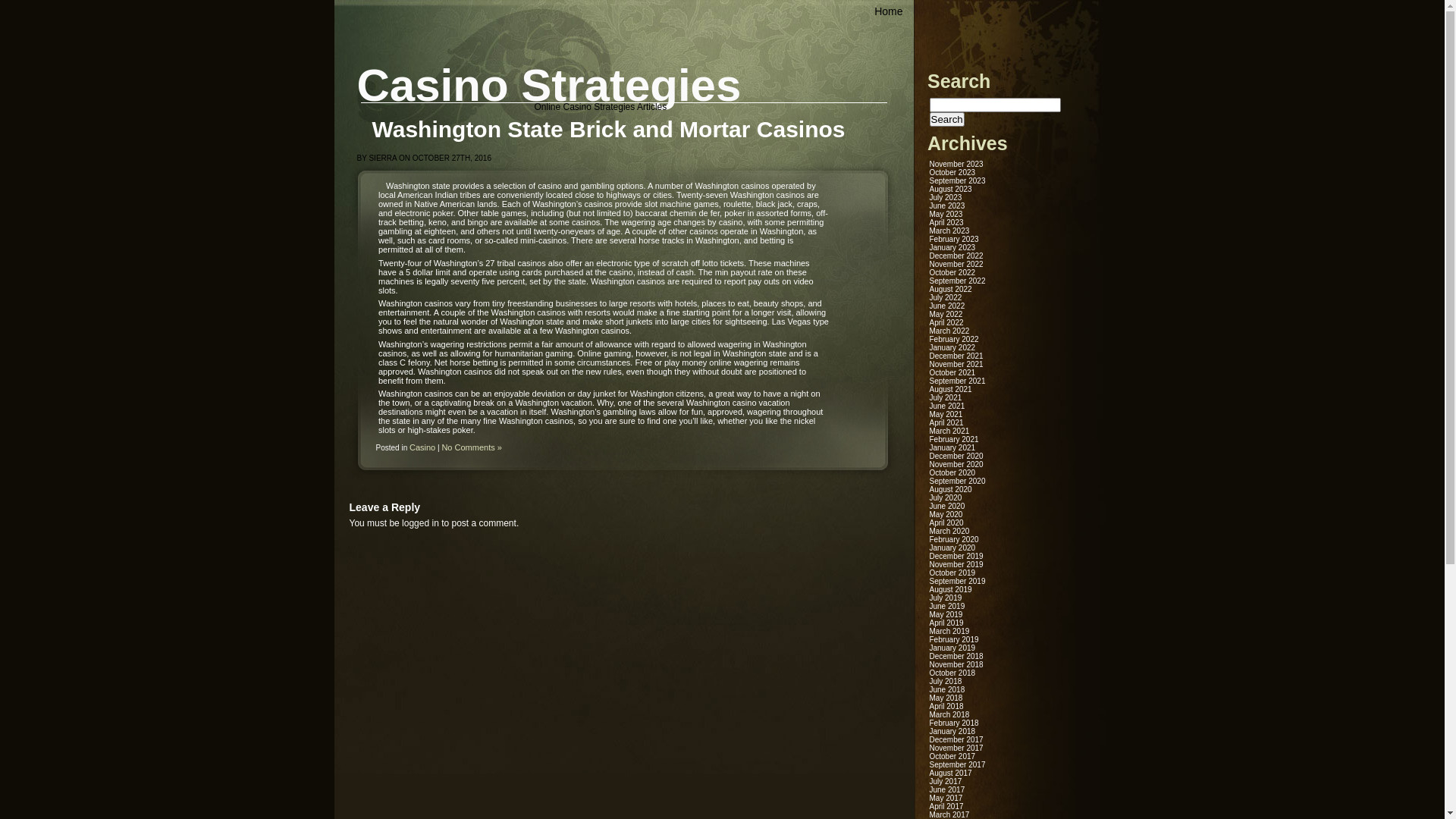 The image size is (1456, 819). Describe the element at coordinates (949, 431) in the screenshot. I see `'March 2021'` at that location.